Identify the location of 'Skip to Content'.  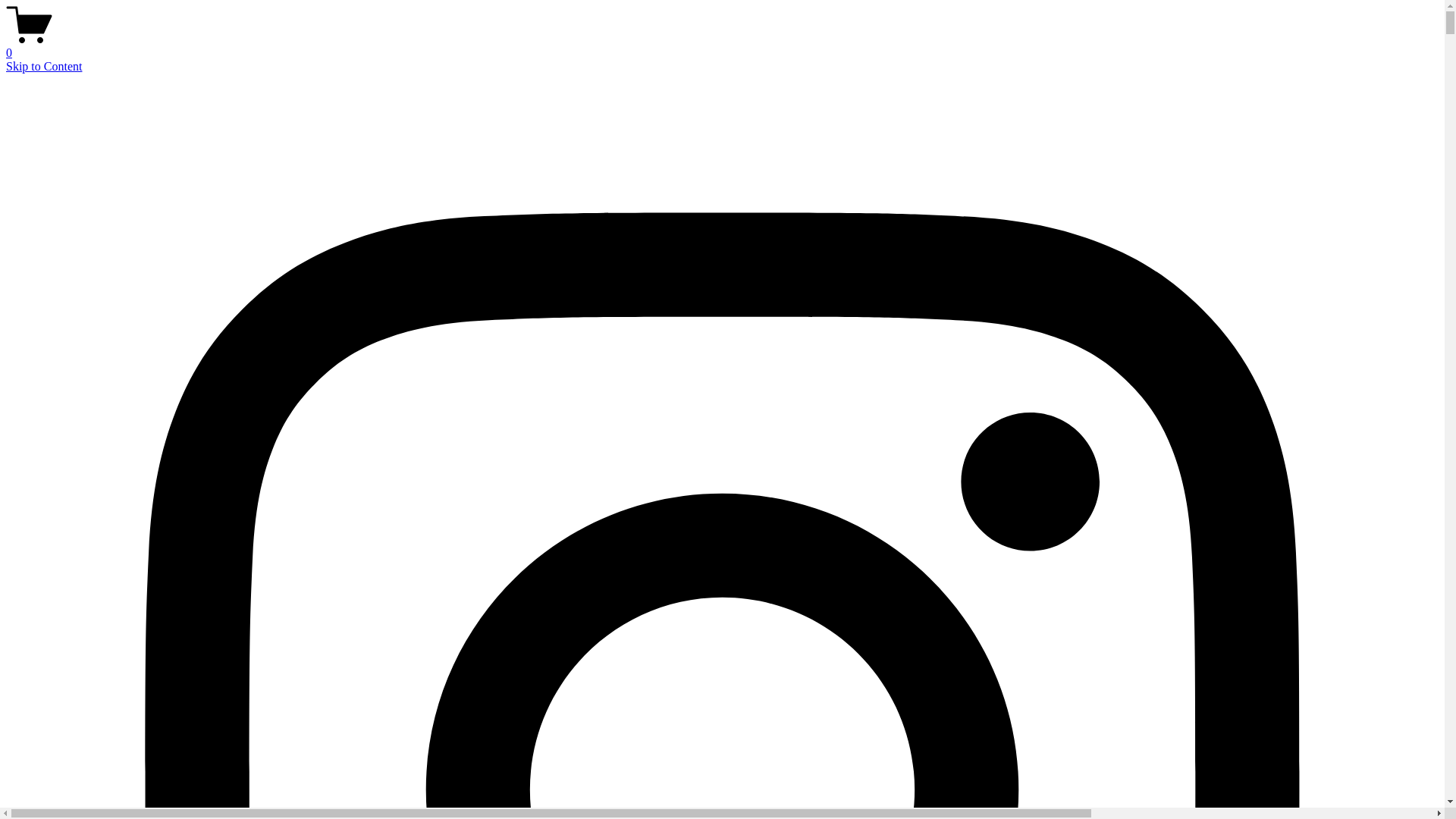
(43, 65).